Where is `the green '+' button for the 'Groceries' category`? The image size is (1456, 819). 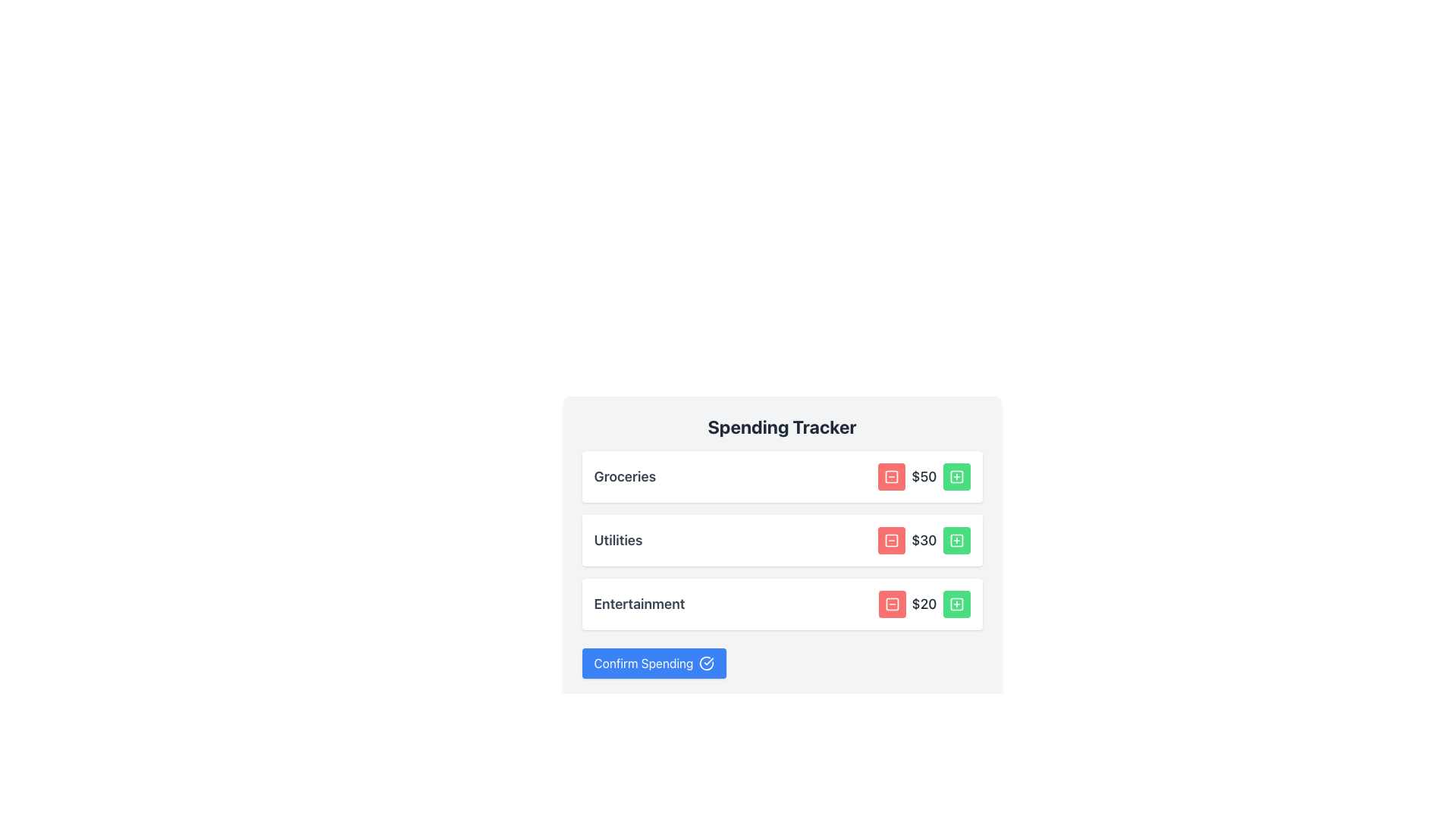
the green '+' button for the 'Groceries' category is located at coordinates (955, 475).